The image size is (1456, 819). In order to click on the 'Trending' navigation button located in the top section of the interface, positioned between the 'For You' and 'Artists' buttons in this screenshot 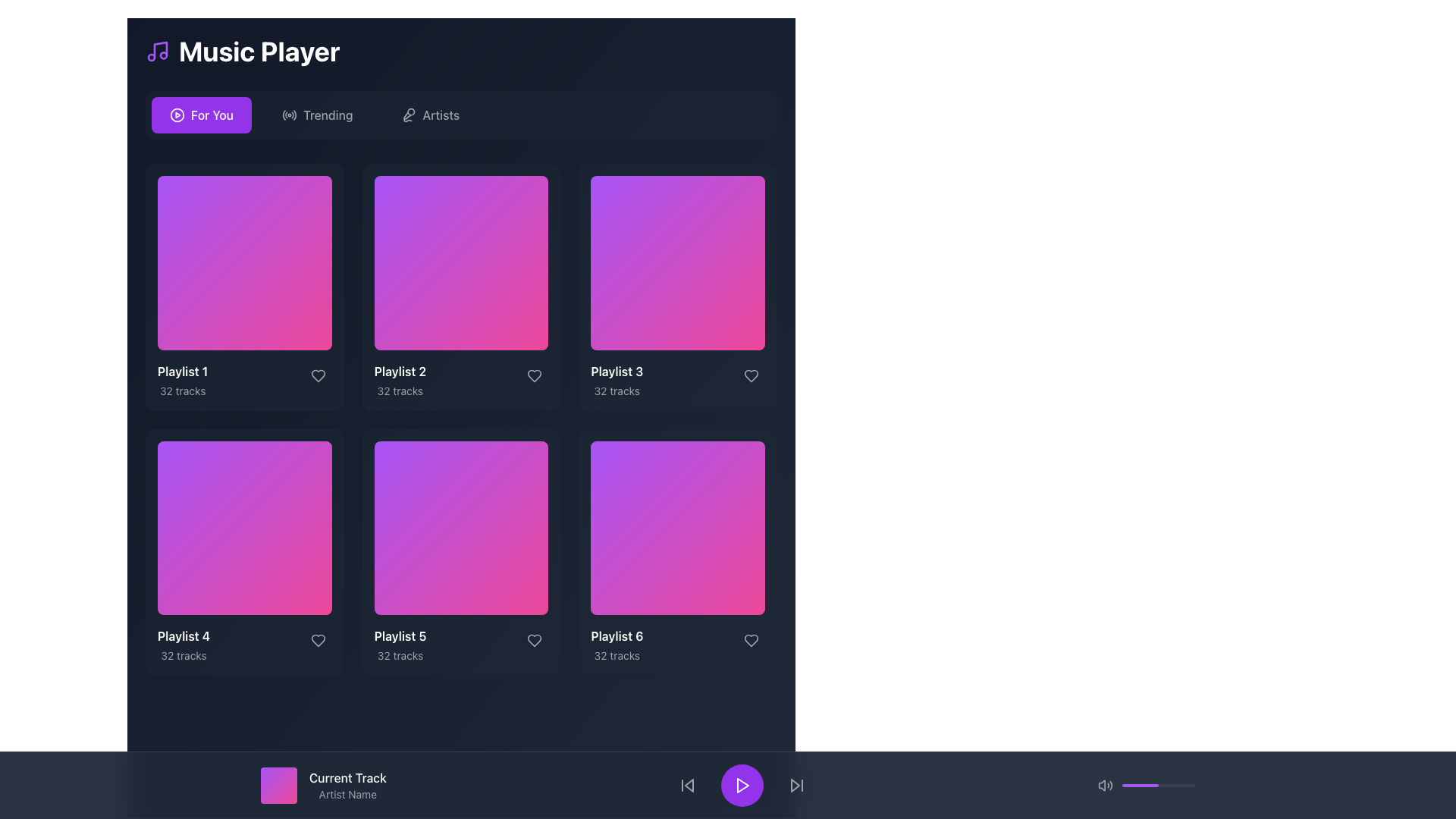, I will do `click(316, 114)`.